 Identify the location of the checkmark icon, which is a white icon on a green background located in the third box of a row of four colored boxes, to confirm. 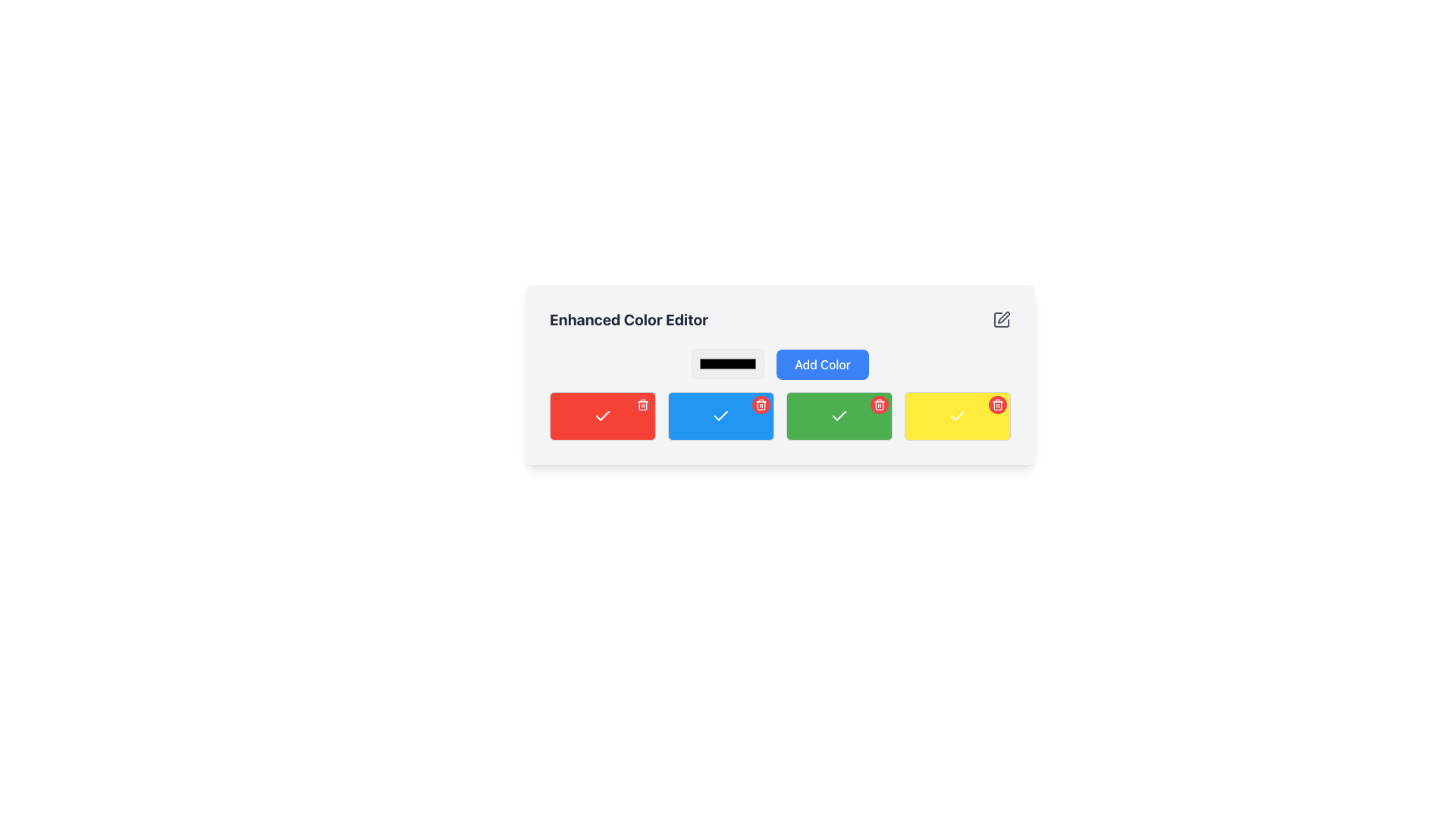
(839, 416).